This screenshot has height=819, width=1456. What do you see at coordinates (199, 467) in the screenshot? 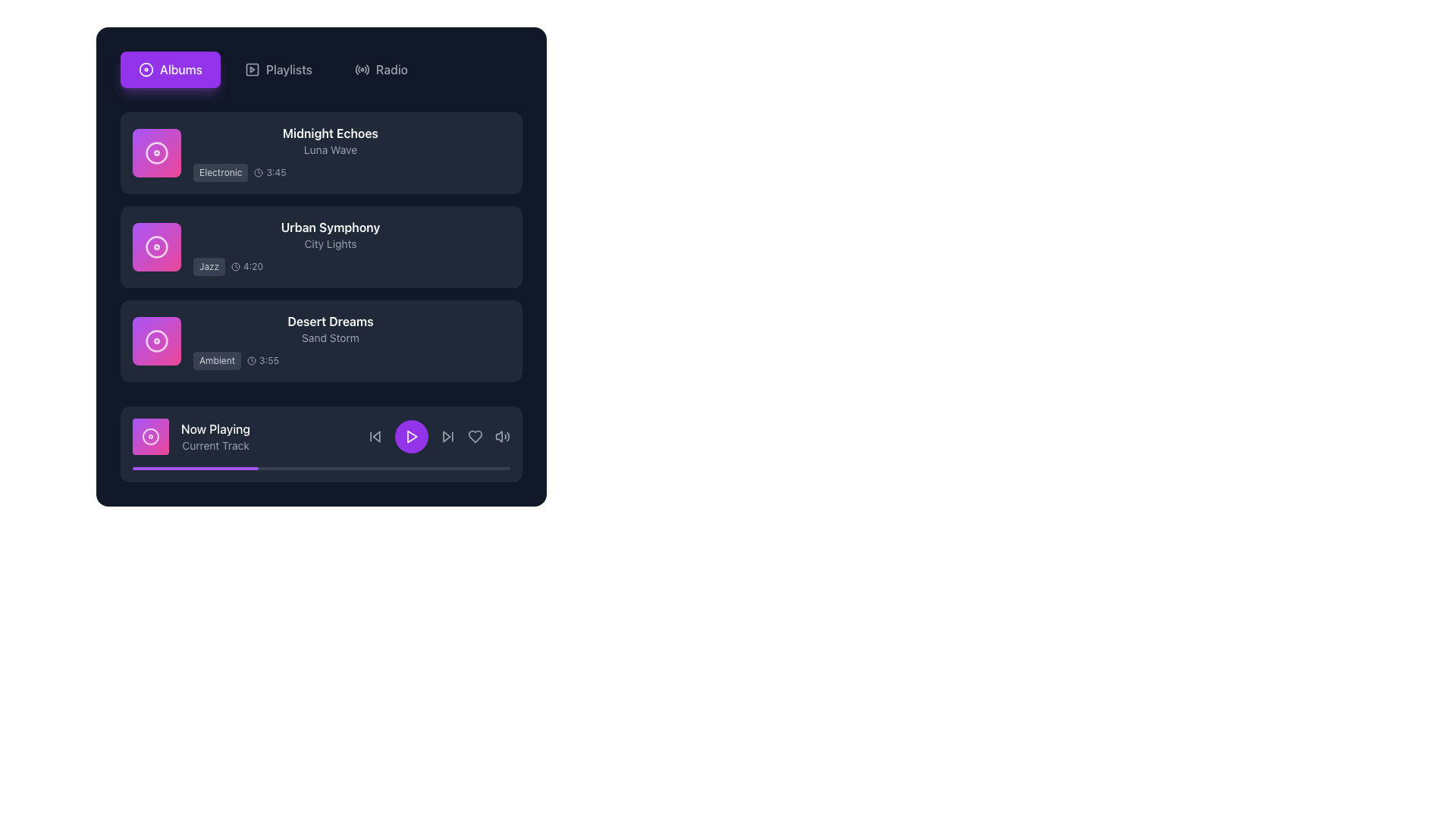
I see `the progress bar value` at bounding box center [199, 467].